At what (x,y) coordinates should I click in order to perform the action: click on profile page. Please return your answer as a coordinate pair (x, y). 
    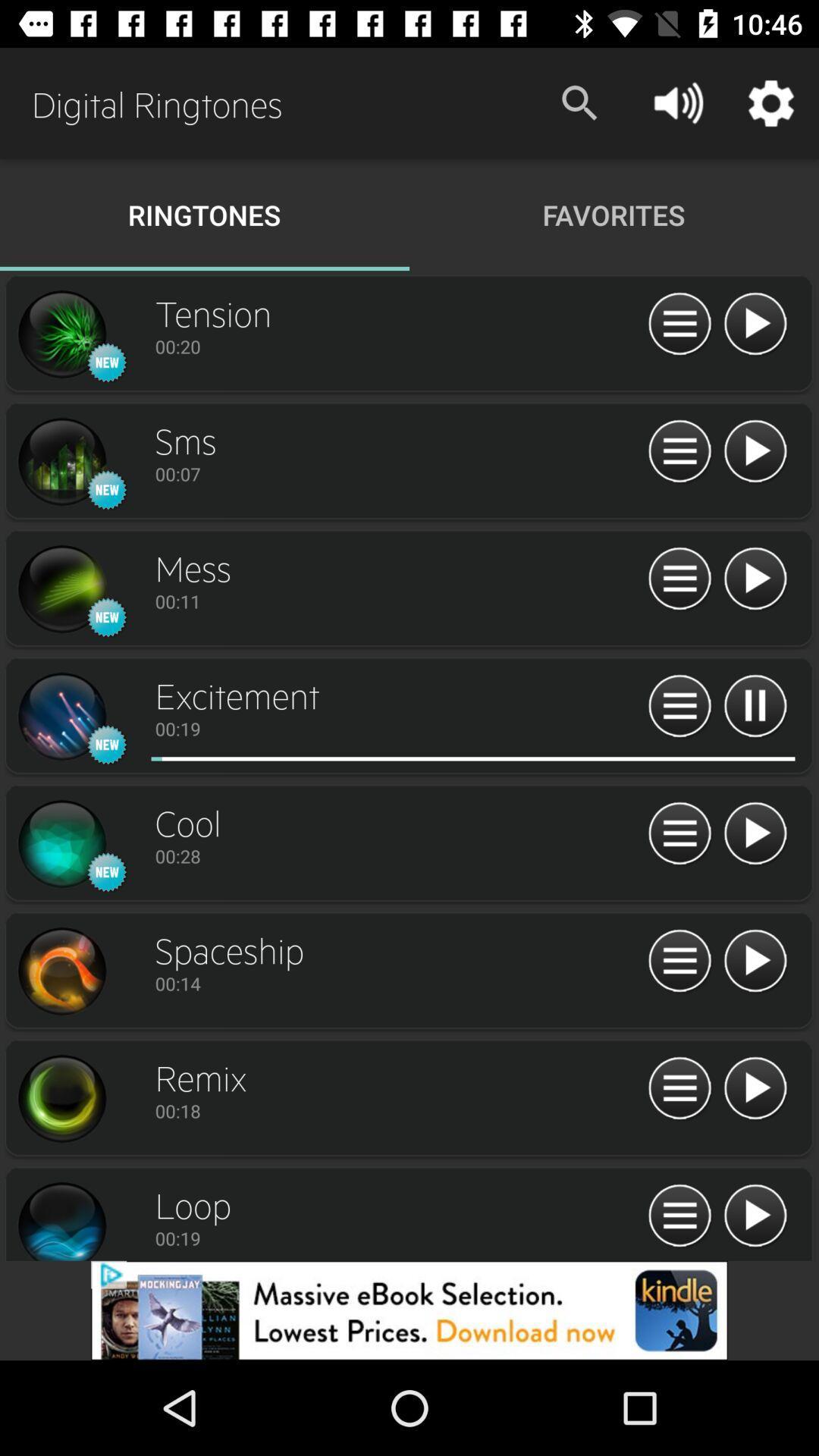
    Looking at the image, I should click on (61, 971).